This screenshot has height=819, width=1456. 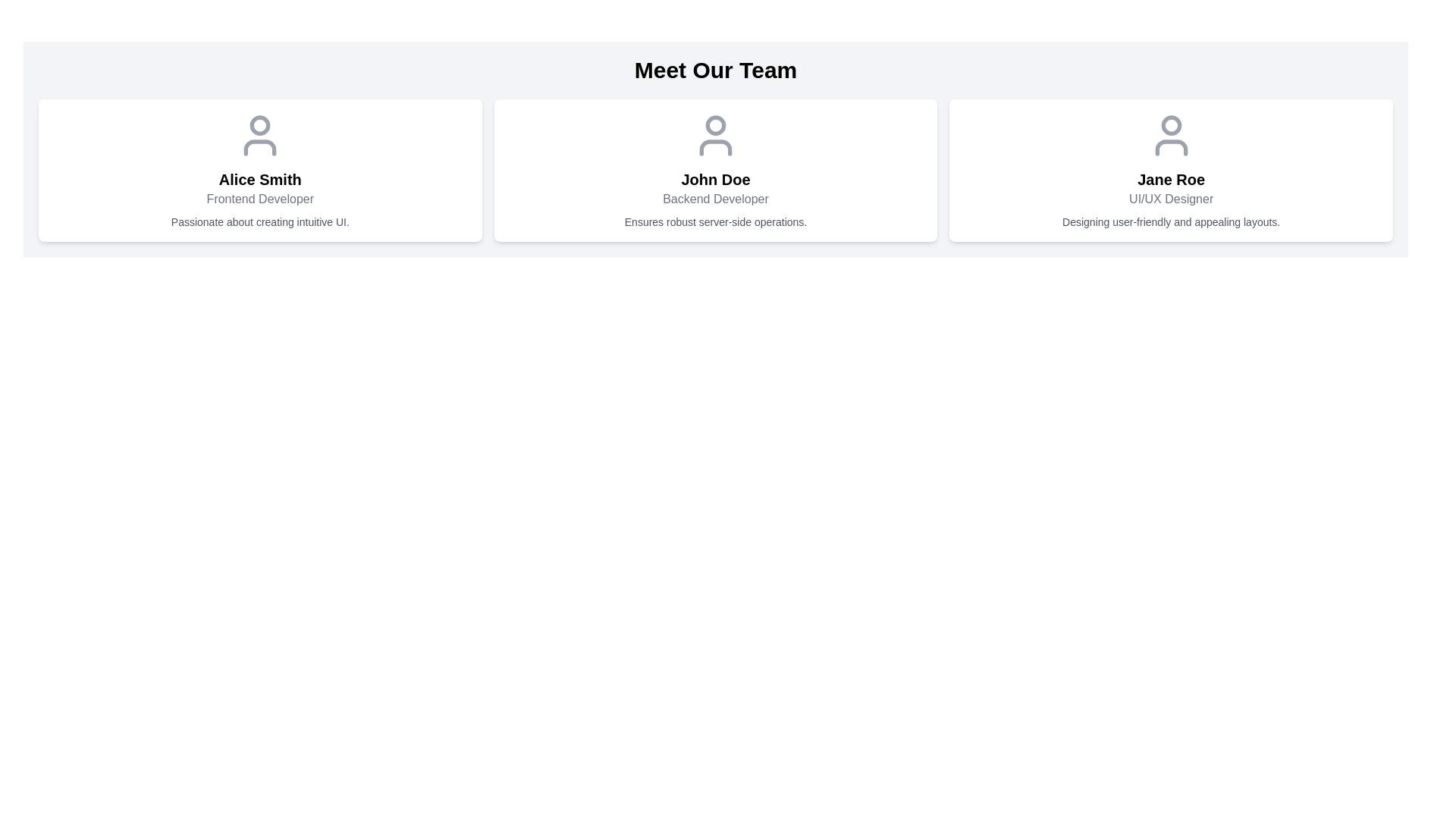 I want to click on the static text label displaying Alice Smith's professional title, which is located within her profile card, positioned below her name and above the descriptive text, so click(x=260, y=198).